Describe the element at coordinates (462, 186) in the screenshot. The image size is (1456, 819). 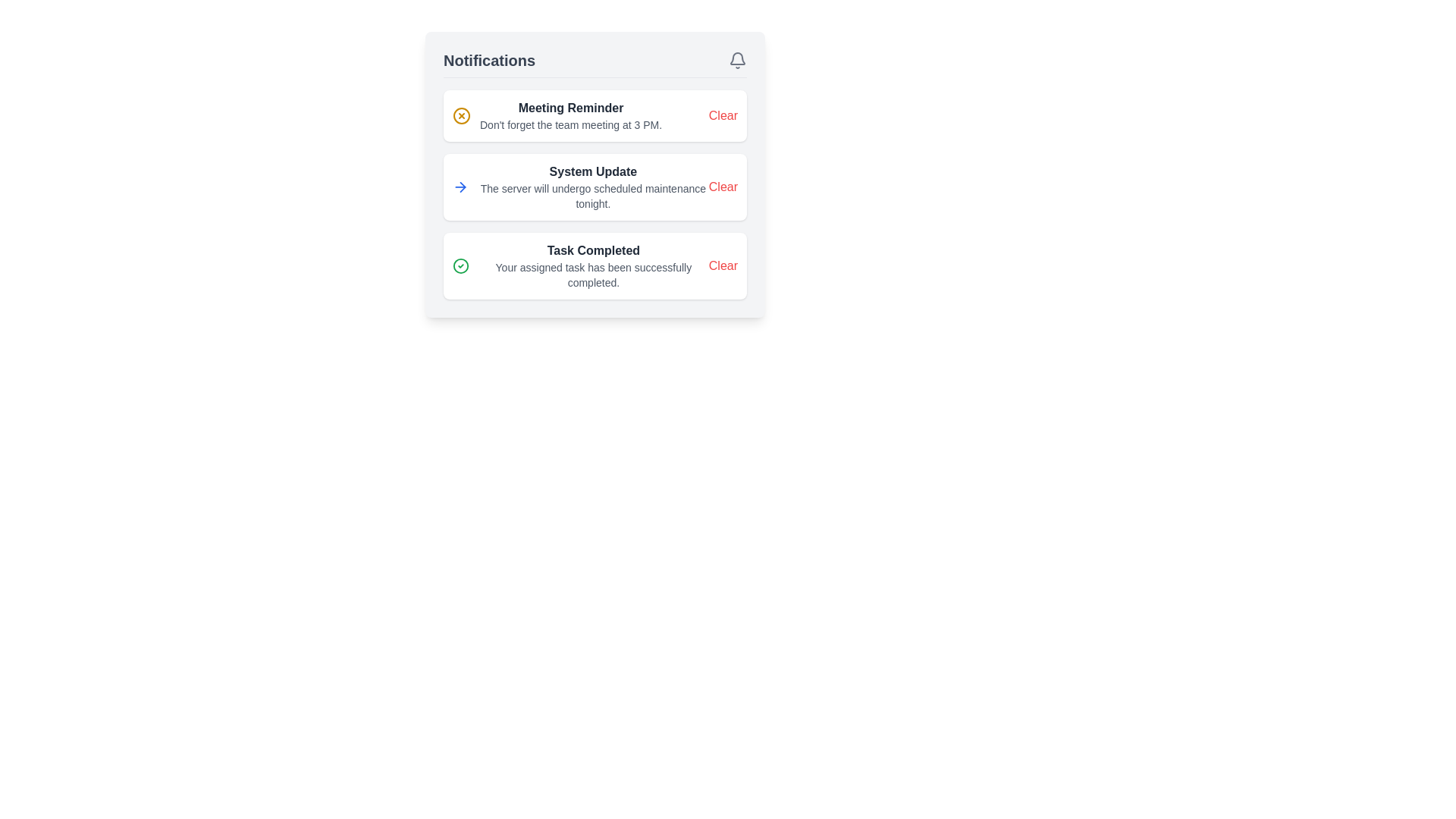
I see `the blue arrow symbol pointing right located in the upper-right corner of the 'System Update' notification card` at that location.